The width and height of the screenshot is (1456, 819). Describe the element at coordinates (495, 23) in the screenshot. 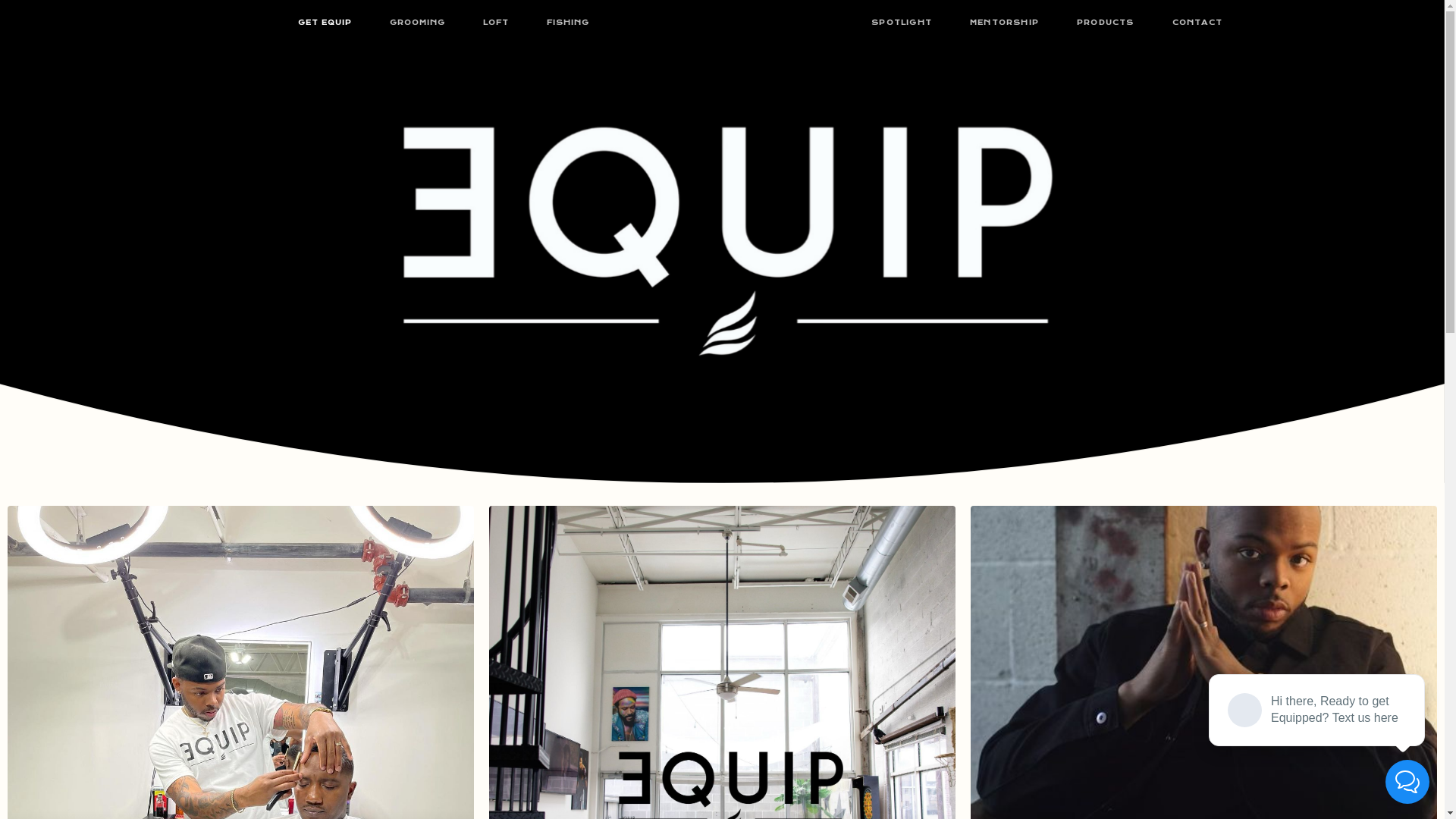

I see `'LOFT'` at that location.